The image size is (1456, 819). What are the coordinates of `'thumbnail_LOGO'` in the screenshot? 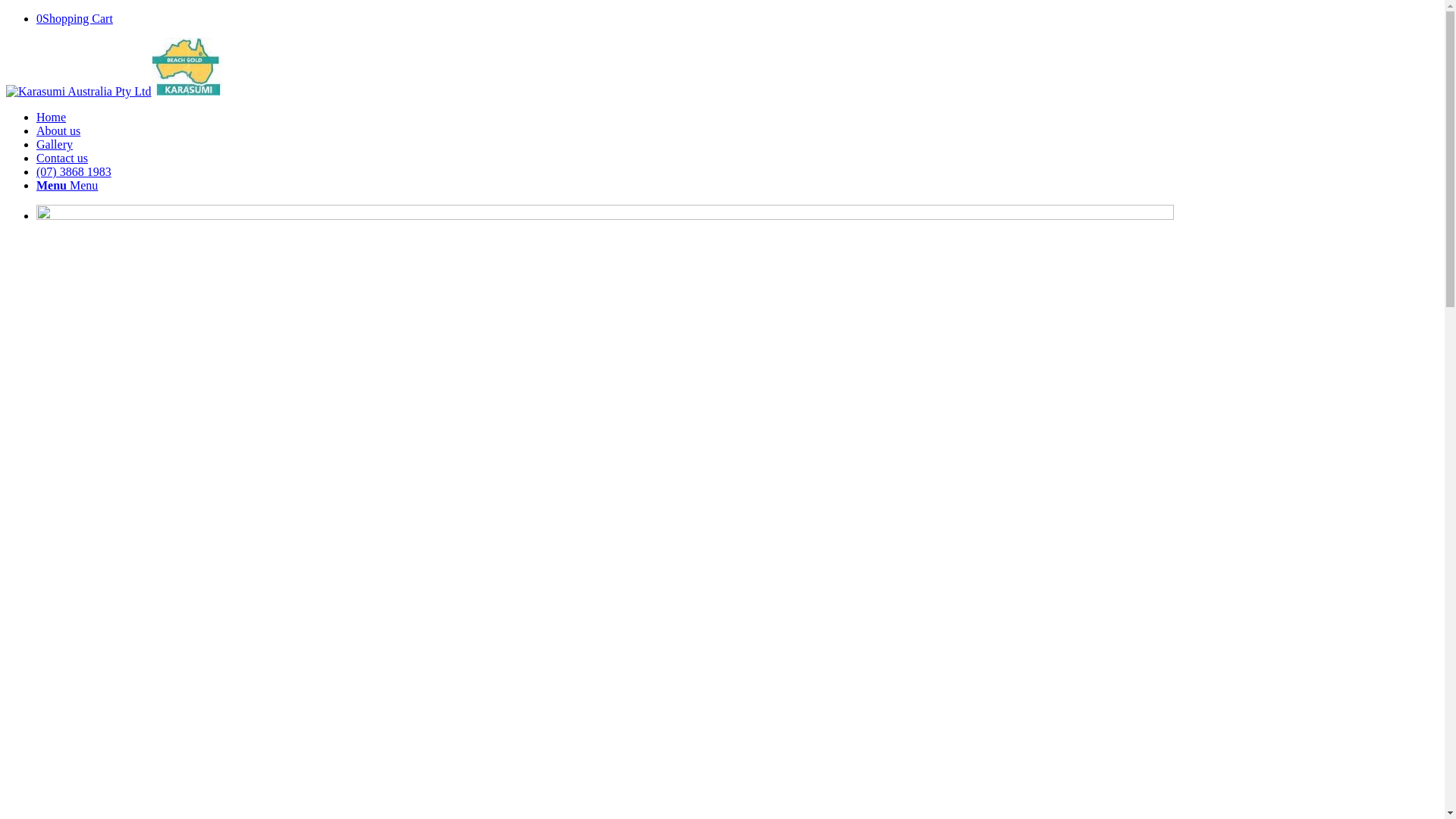 It's located at (78, 91).